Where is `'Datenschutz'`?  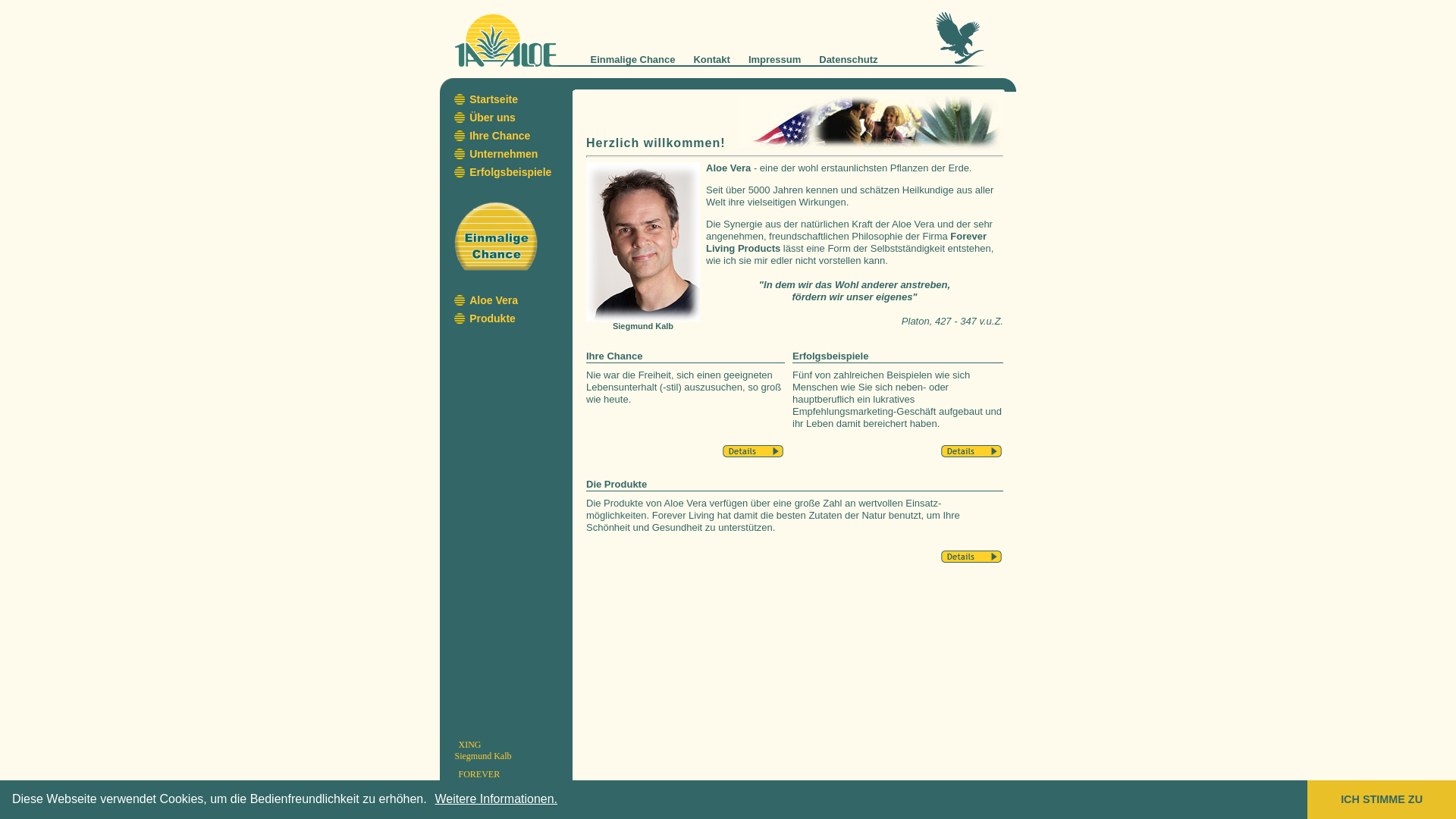
'Datenschutz' is located at coordinates (847, 58).